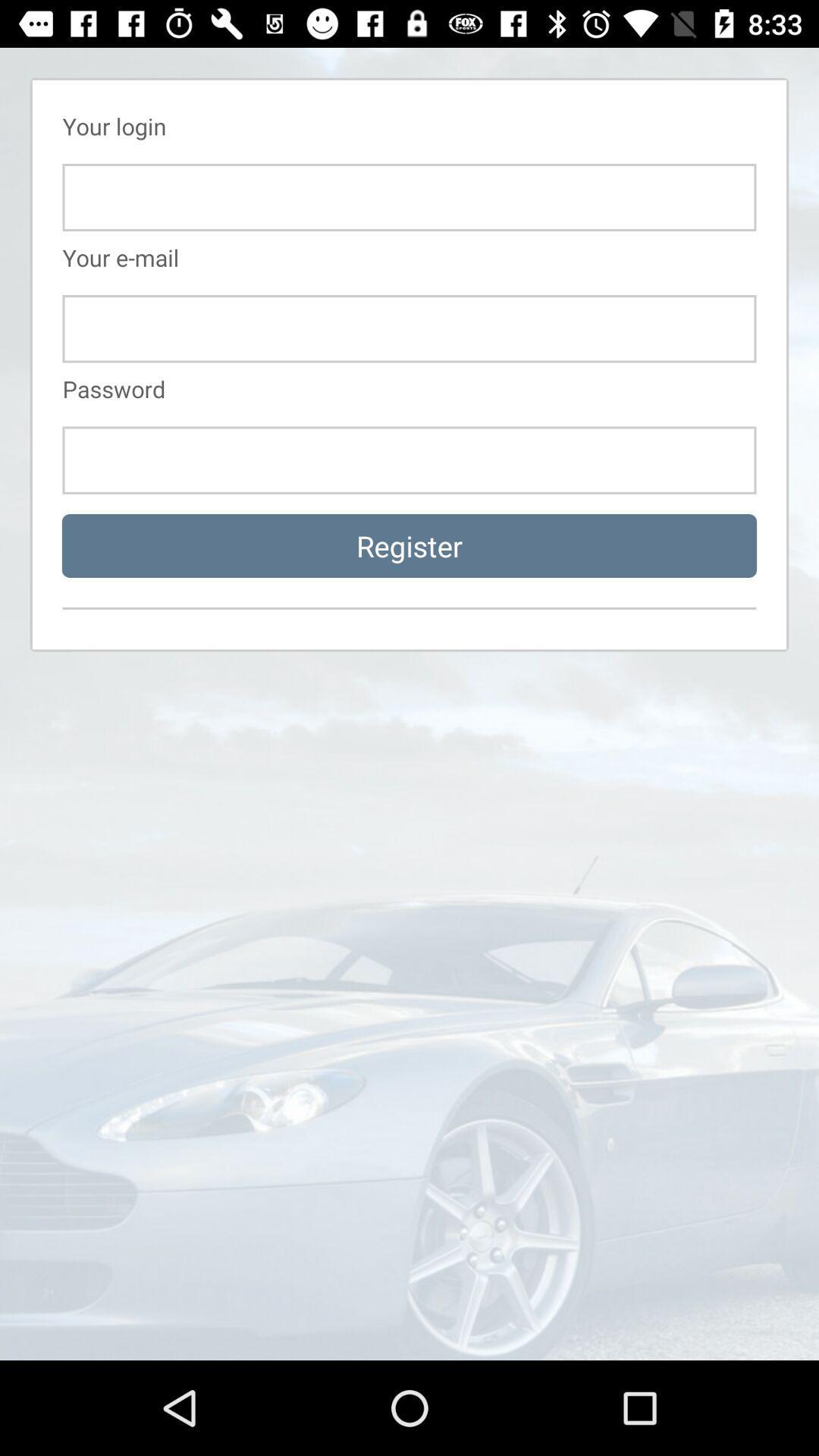 The image size is (819, 1456). Describe the element at coordinates (409, 328) in the screenshot. I see `login page` at that location.